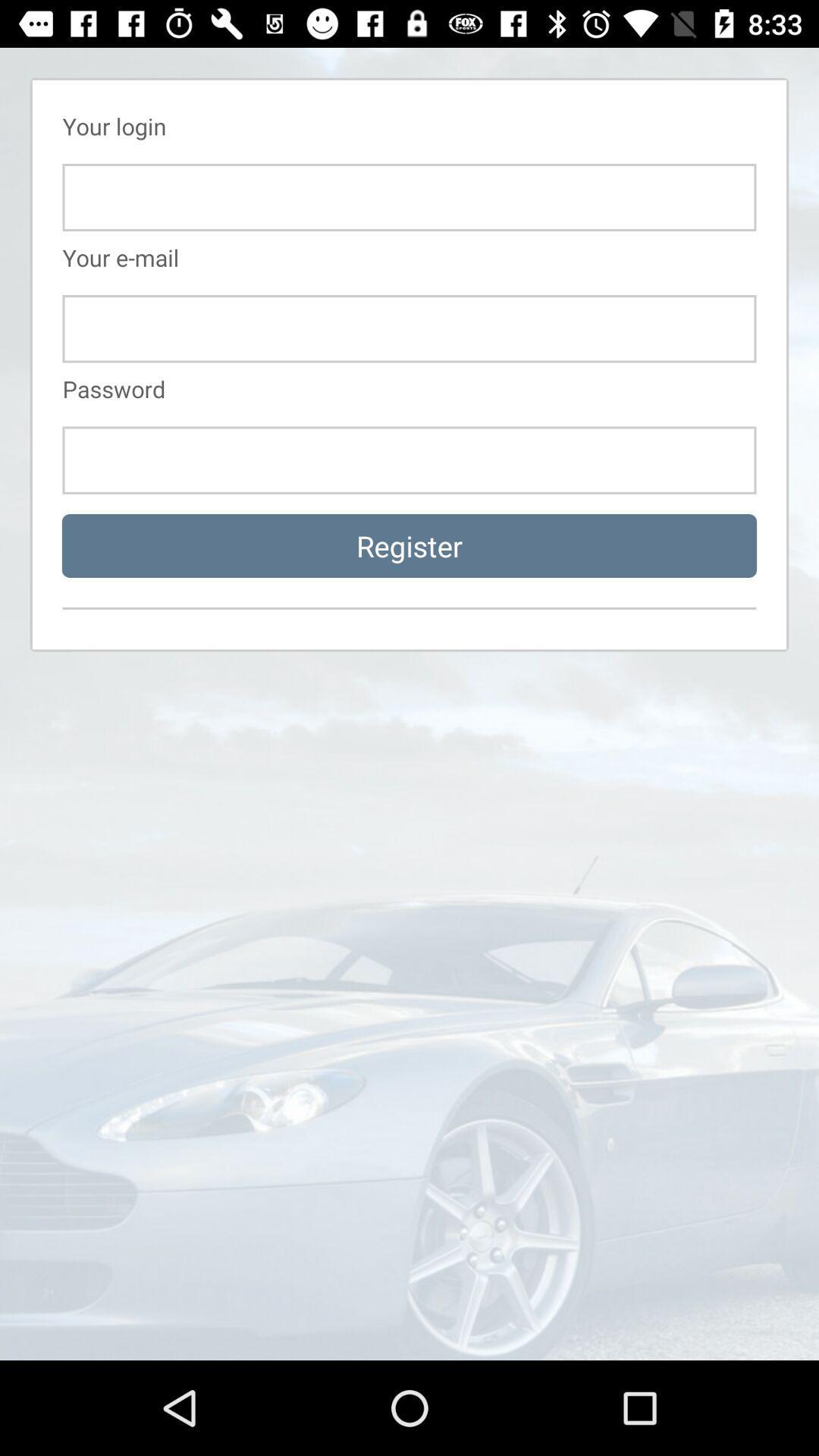 The image size is (819, 1456). Describe the element at coordinates (409, 328) in the screenshot. I see `login page` at that location.